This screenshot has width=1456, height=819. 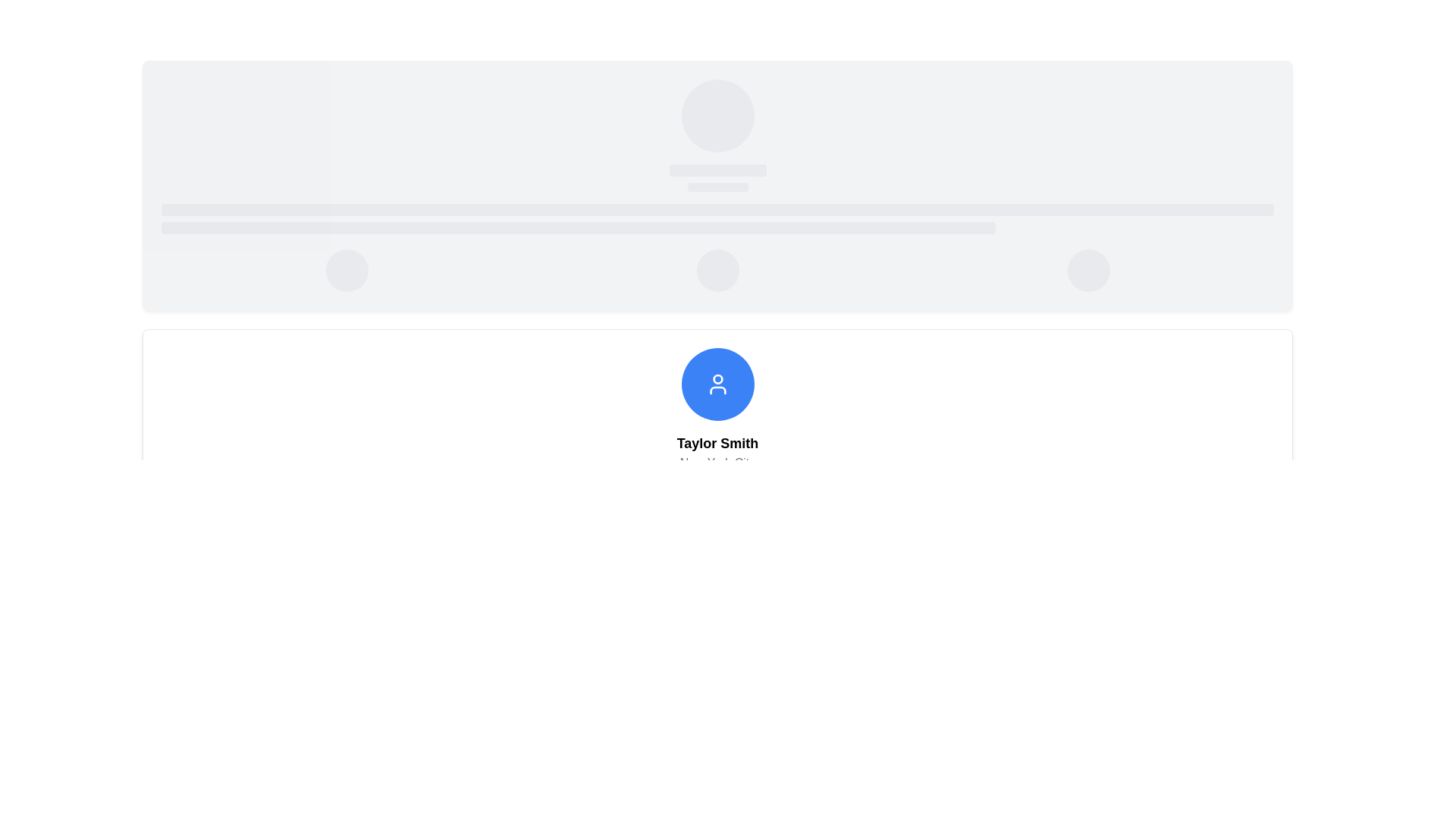 I want to click on the visual placeholder indicating loading content located in the upper middle portion of the profile card, so click(x=717, y=177).